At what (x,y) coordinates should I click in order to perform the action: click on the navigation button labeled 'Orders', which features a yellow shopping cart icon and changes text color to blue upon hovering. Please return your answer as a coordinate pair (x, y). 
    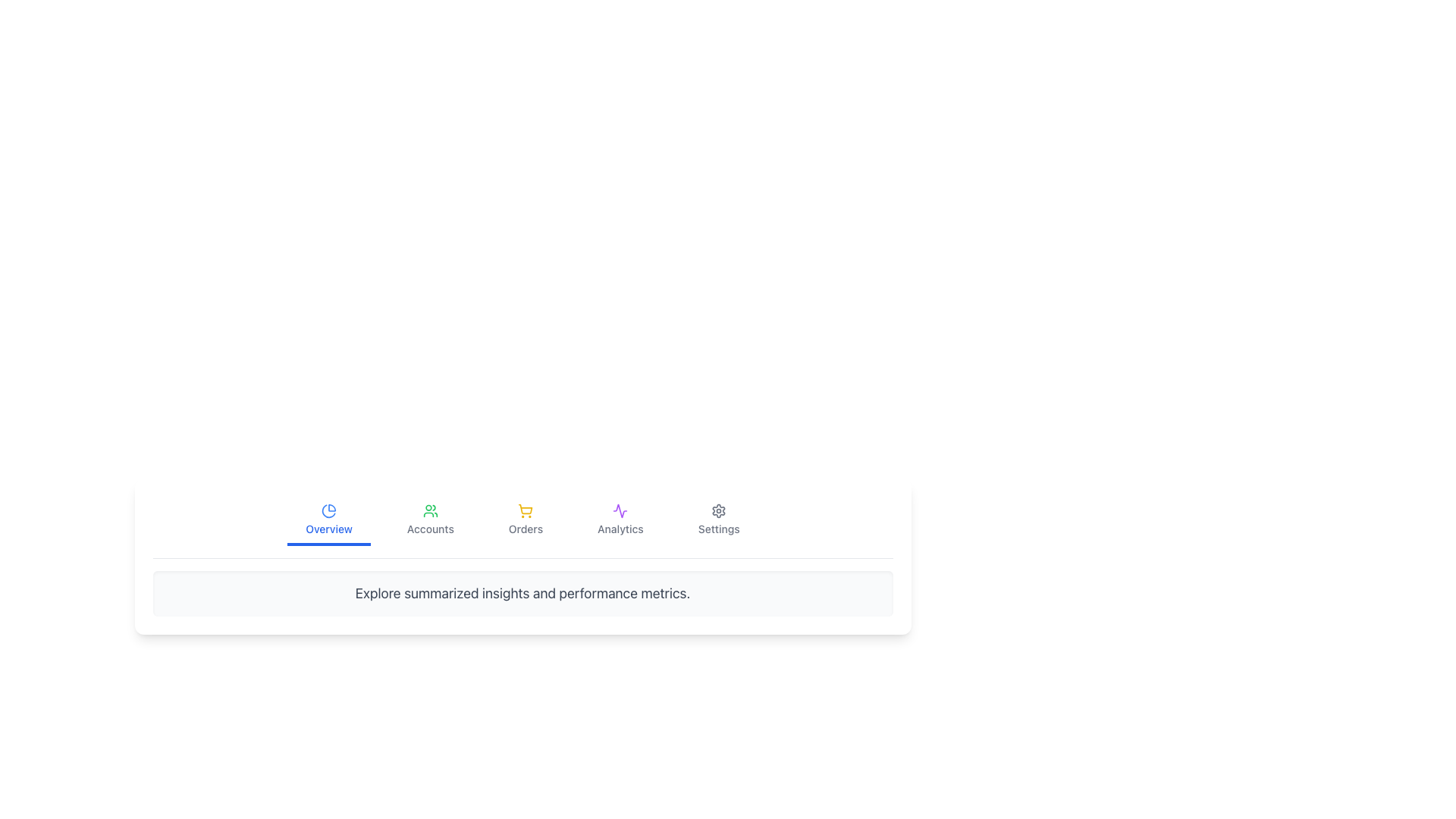
    Looking at the image, I should click on (526, 520).